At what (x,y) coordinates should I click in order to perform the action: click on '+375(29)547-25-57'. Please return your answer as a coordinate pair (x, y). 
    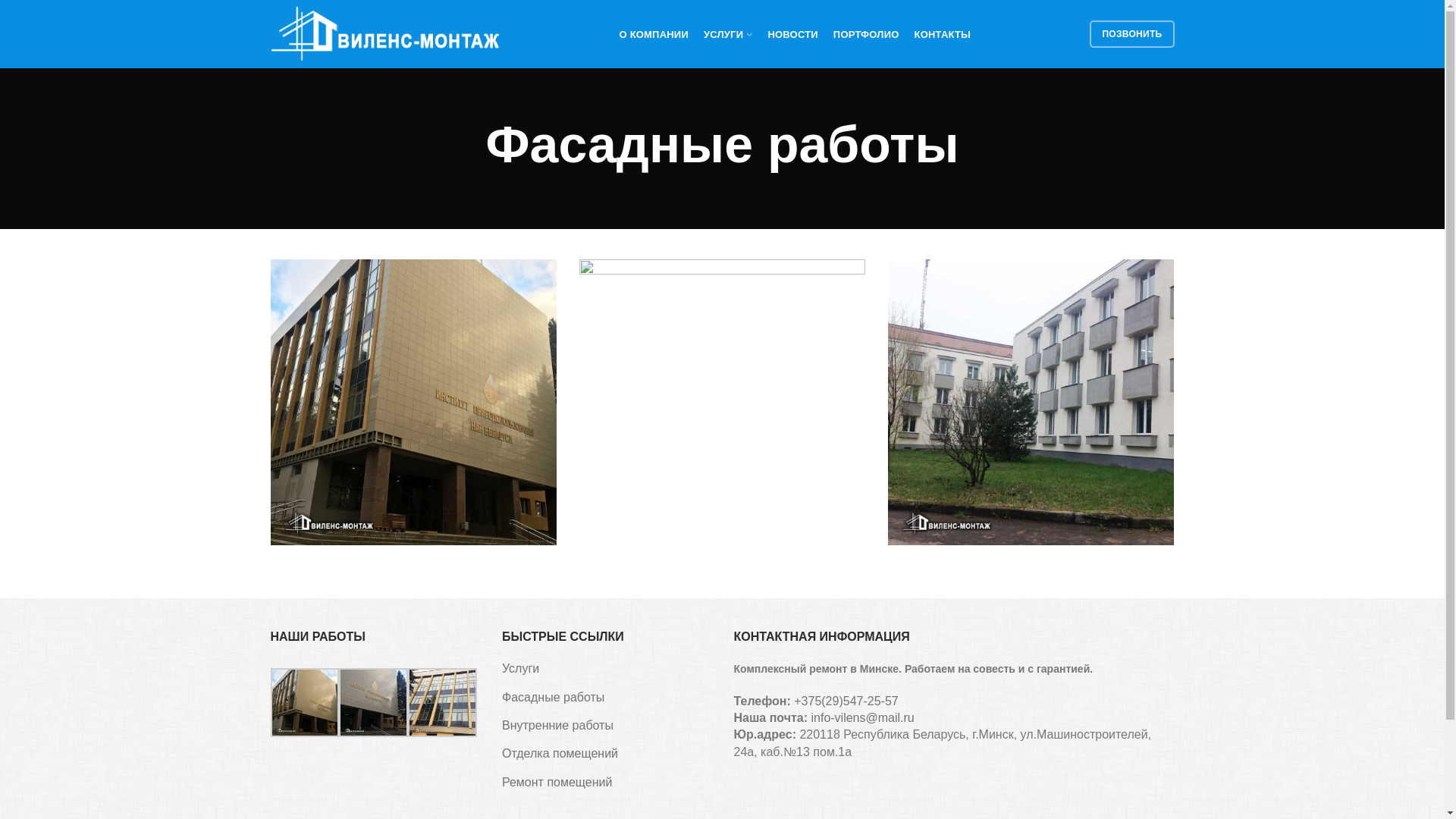
    Looking at the image, I should click on (792, 701).